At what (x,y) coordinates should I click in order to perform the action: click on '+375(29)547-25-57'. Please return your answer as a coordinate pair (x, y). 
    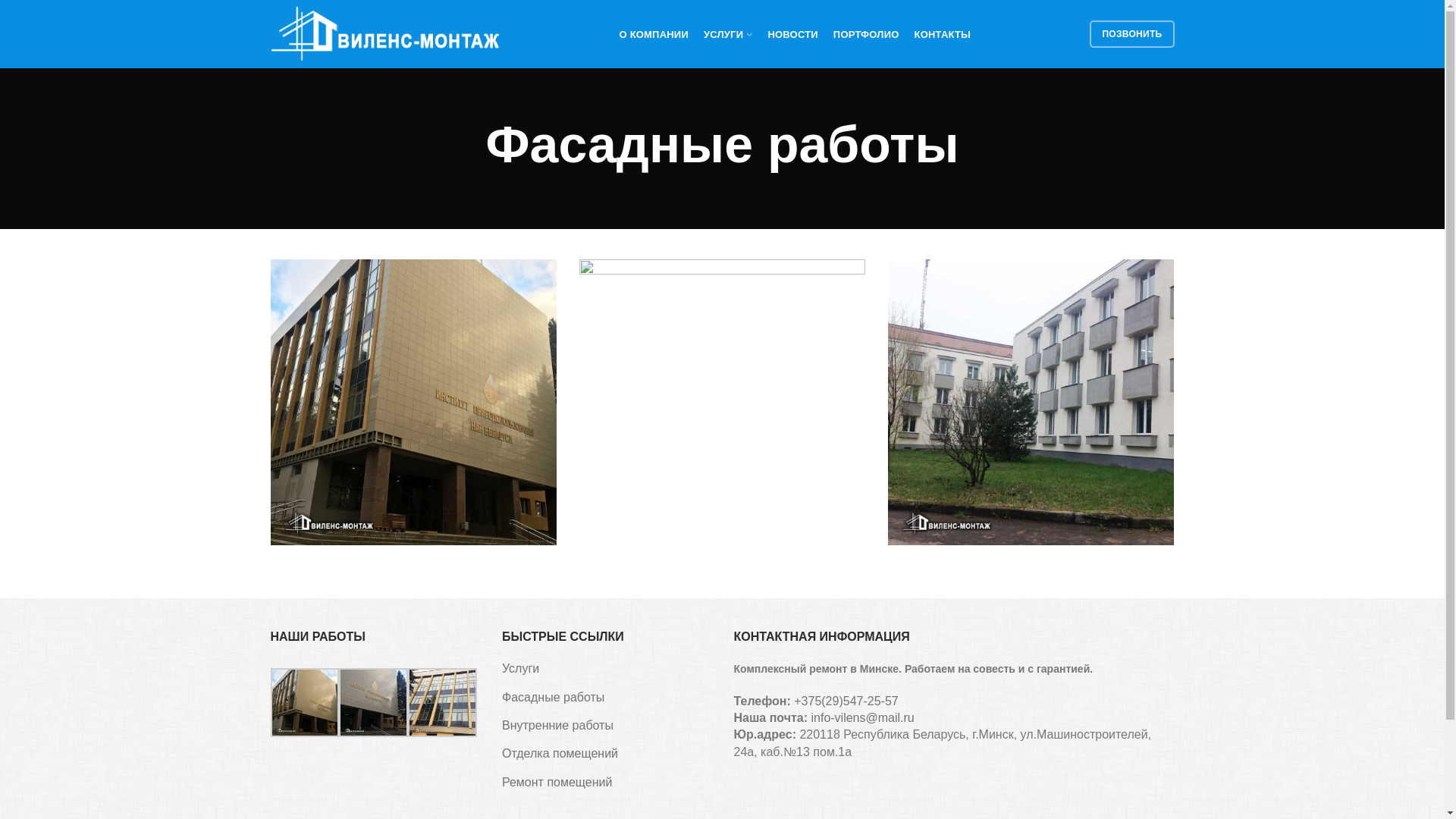
    Looking at the image, I should click on (792, 701).